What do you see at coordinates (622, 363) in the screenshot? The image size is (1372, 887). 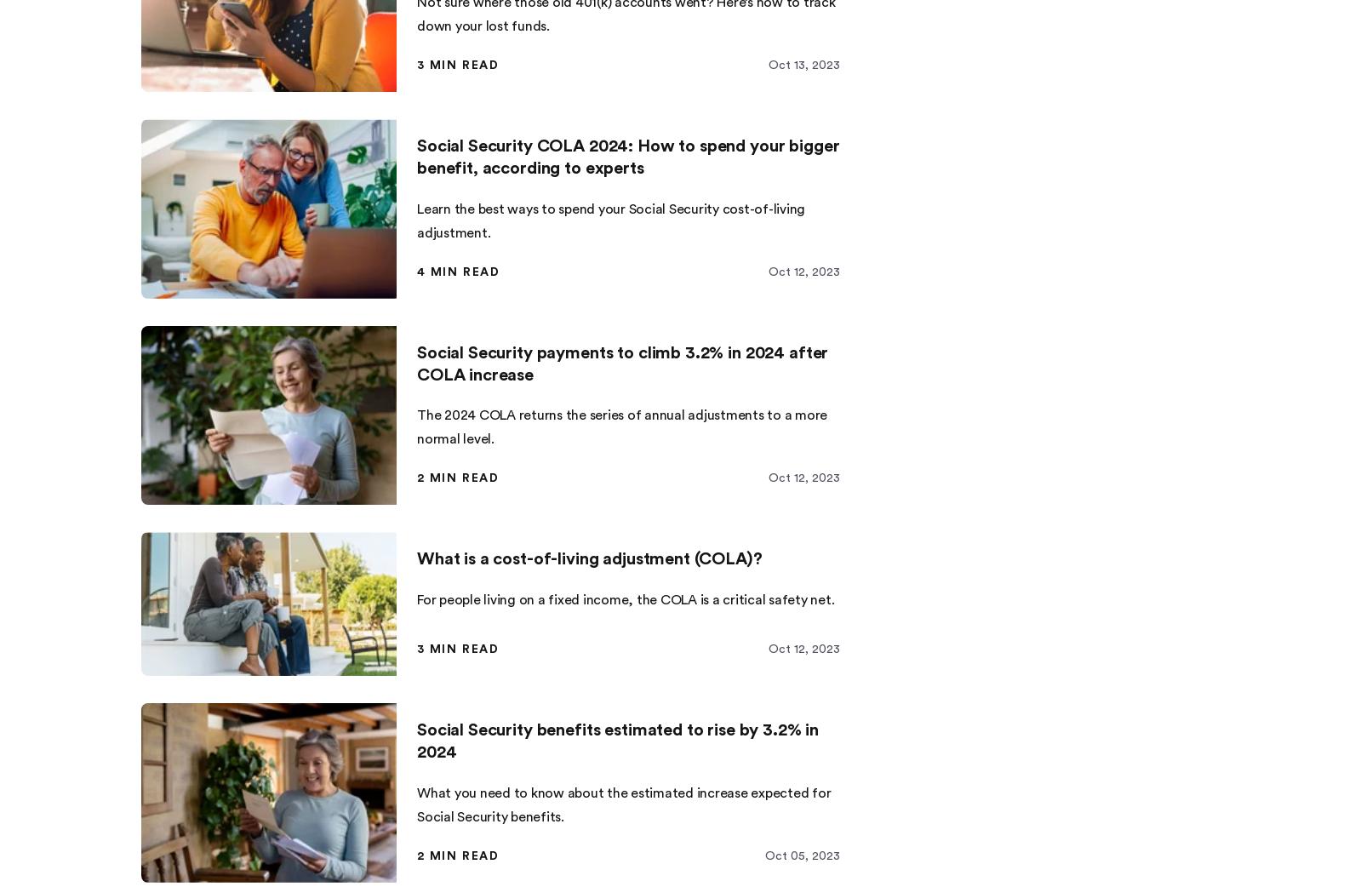 I see `'Social Security payments to climb 3.2% in 2024 after COLA increase'` at bounding box center [622, 363].